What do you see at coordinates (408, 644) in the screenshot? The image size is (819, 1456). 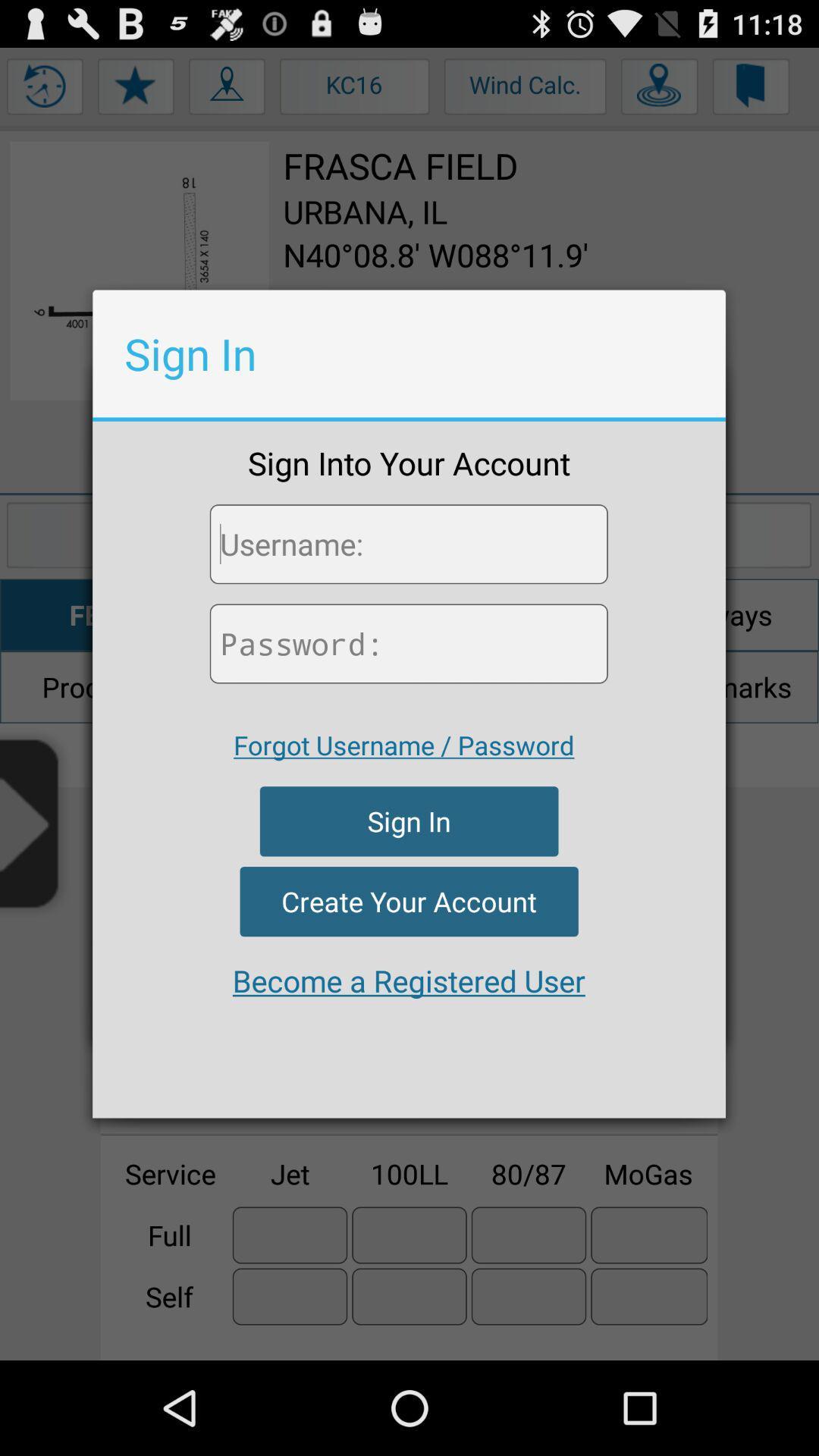 I see `password` at bounding box center [408, 644].